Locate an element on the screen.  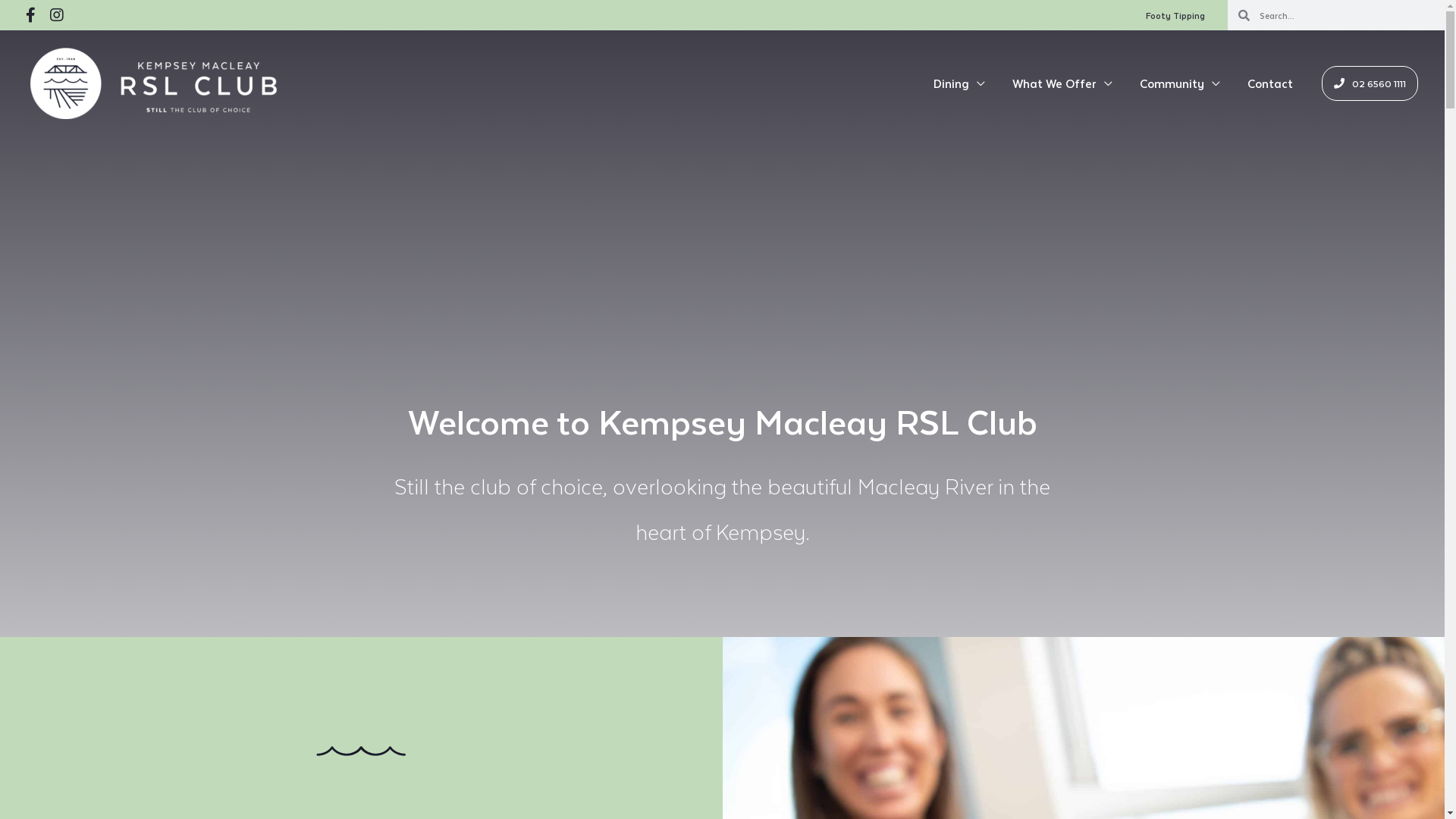
'Dining' is located at coordinates (959, 83).